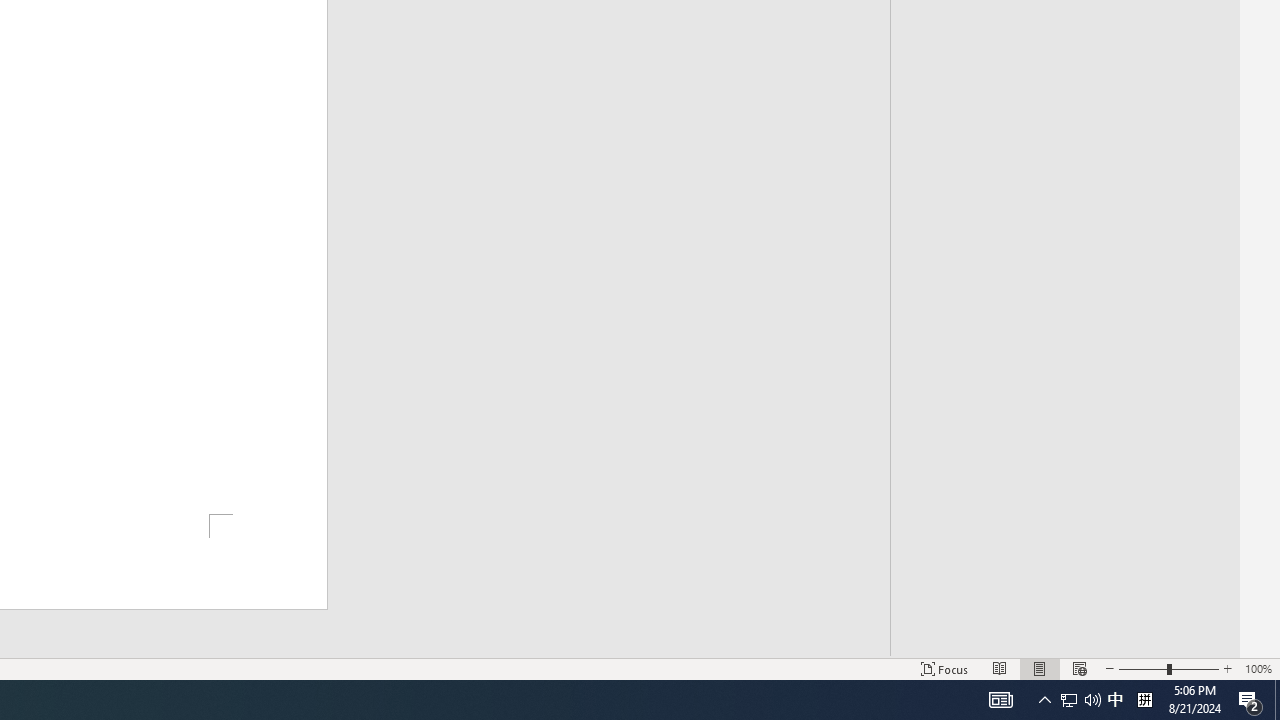 This screenshot has width=1280, height=720. I want to click on 'Print Layout', so click(1040, 669).